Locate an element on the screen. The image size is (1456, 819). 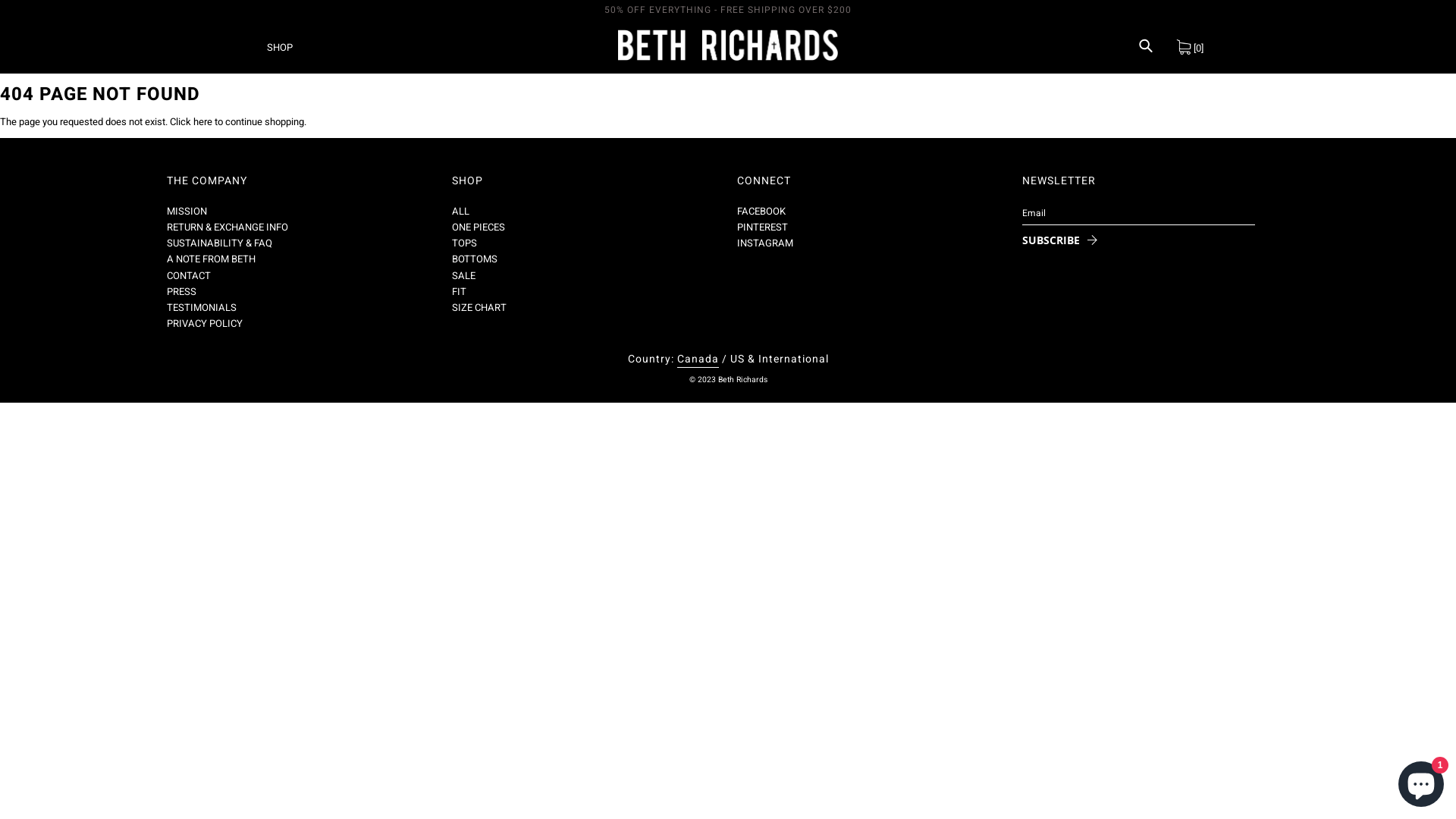
'US & International' is located at coordinates (779, 359).